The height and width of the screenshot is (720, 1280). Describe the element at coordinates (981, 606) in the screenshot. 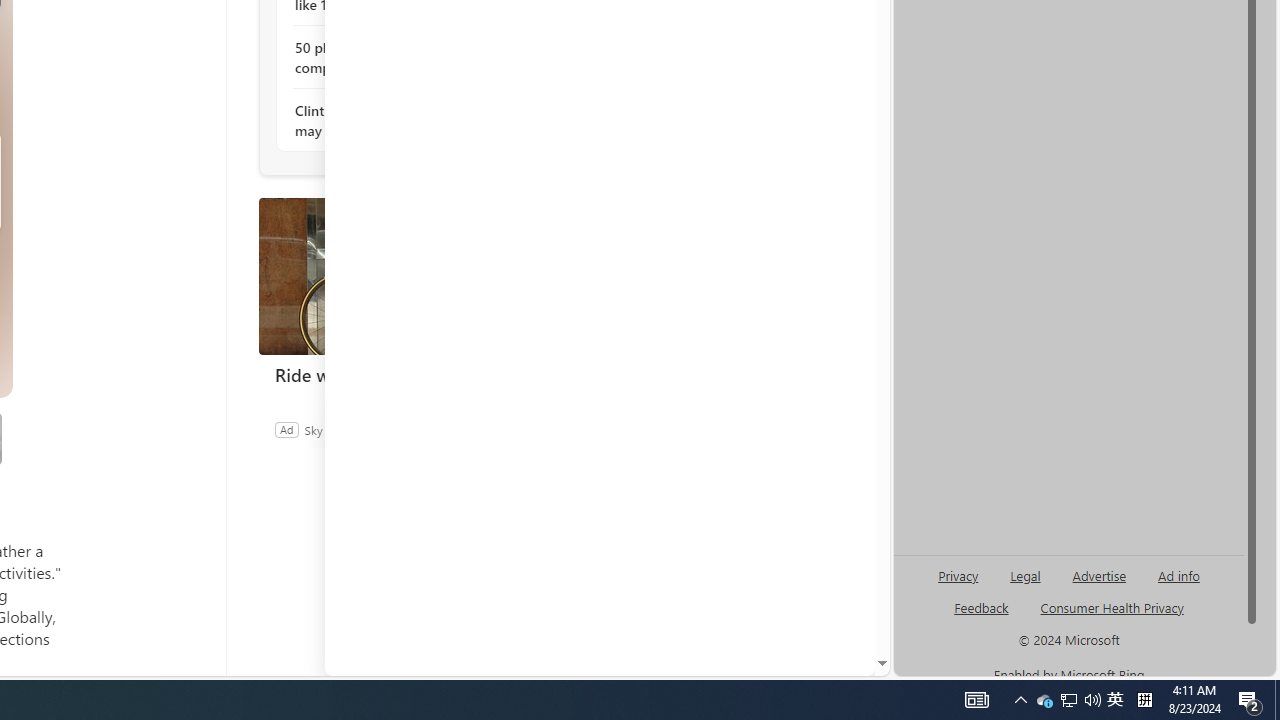

I see `'AutomationID: sb_feedback'` at that location.